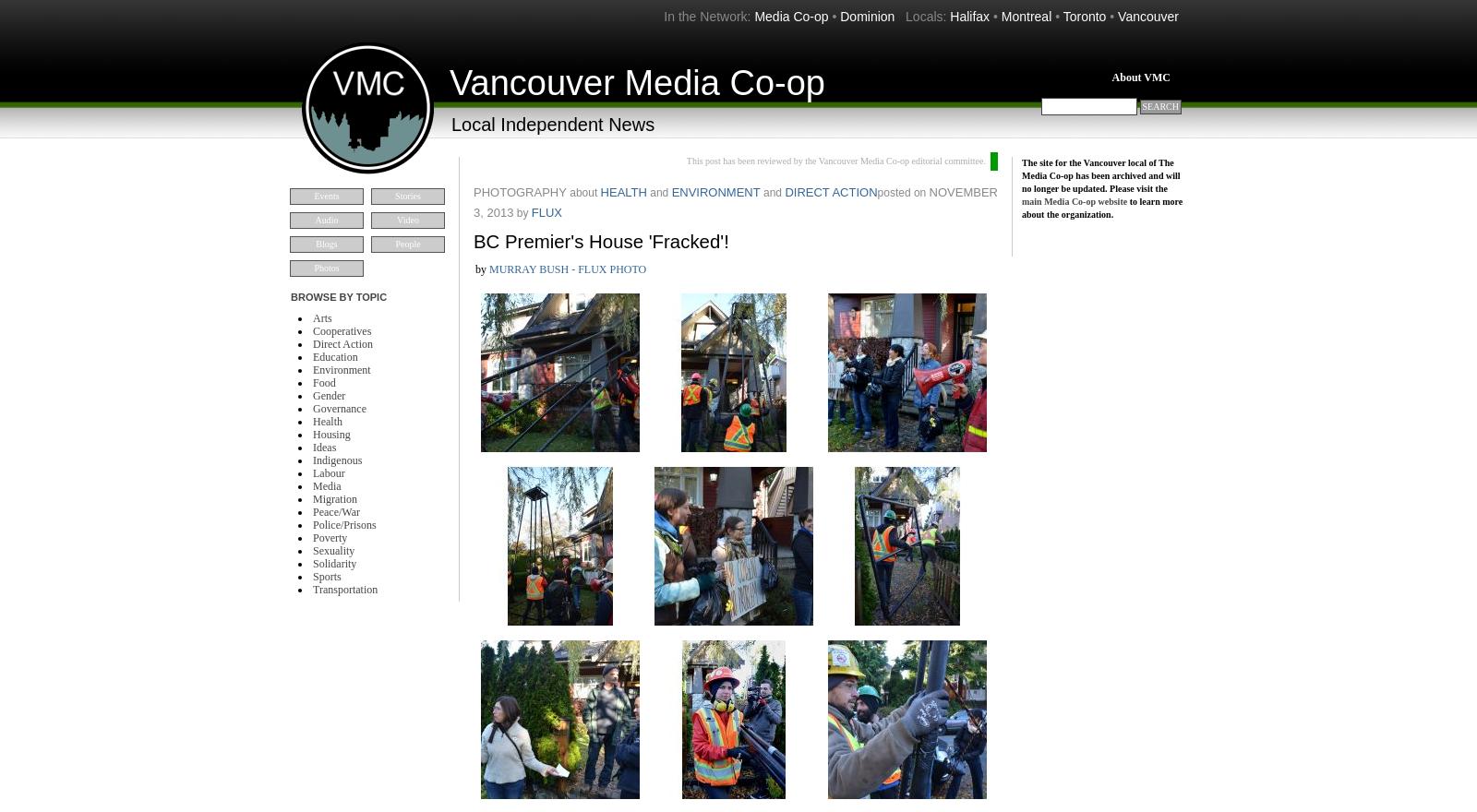 The width and height of the screenshot is (1477, 812). I want to click on 'Cooperatives', so click(342, 331).